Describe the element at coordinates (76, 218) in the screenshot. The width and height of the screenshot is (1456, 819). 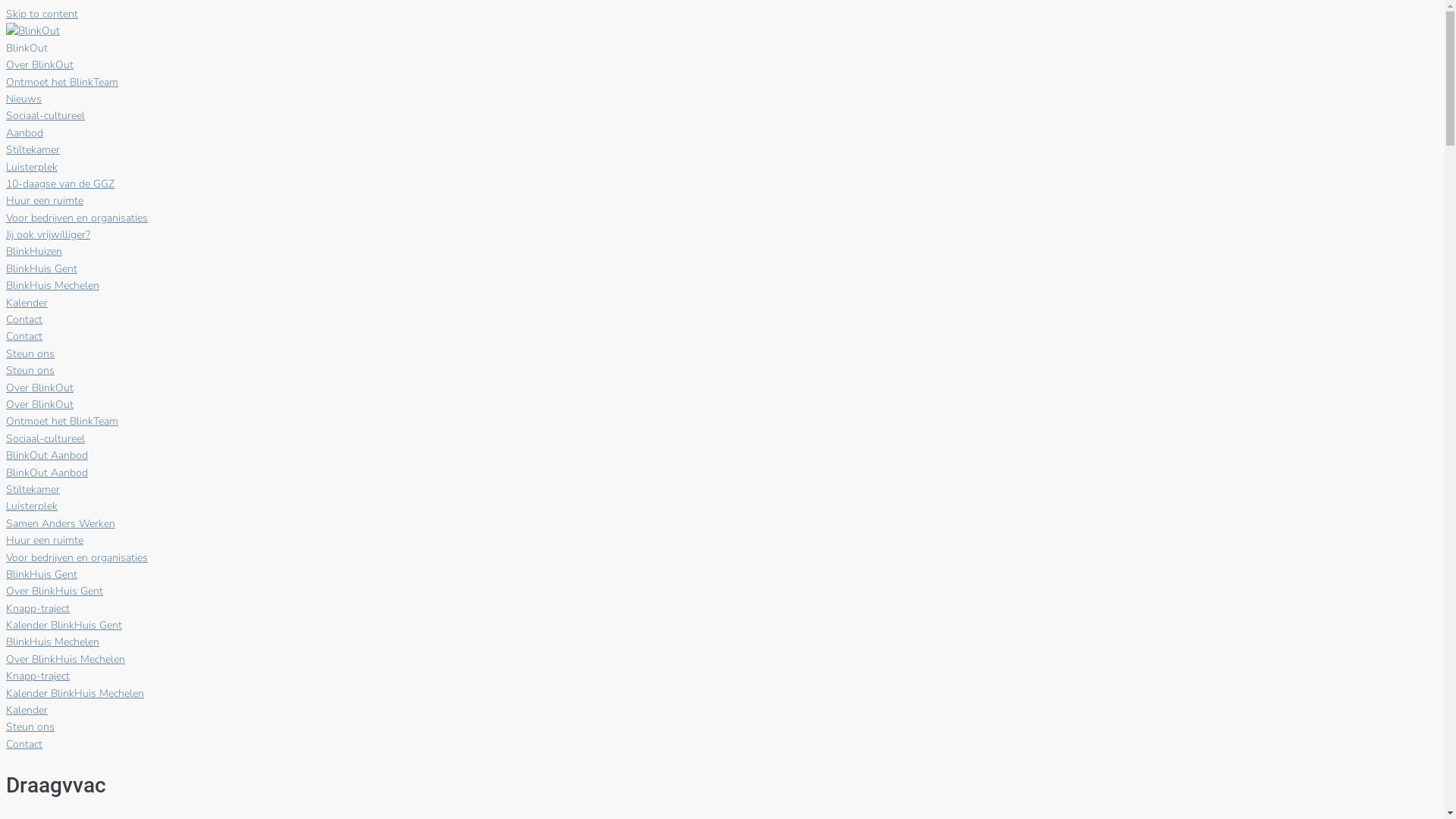
I see `'Voor bedrijven en organisaties'` at that location.